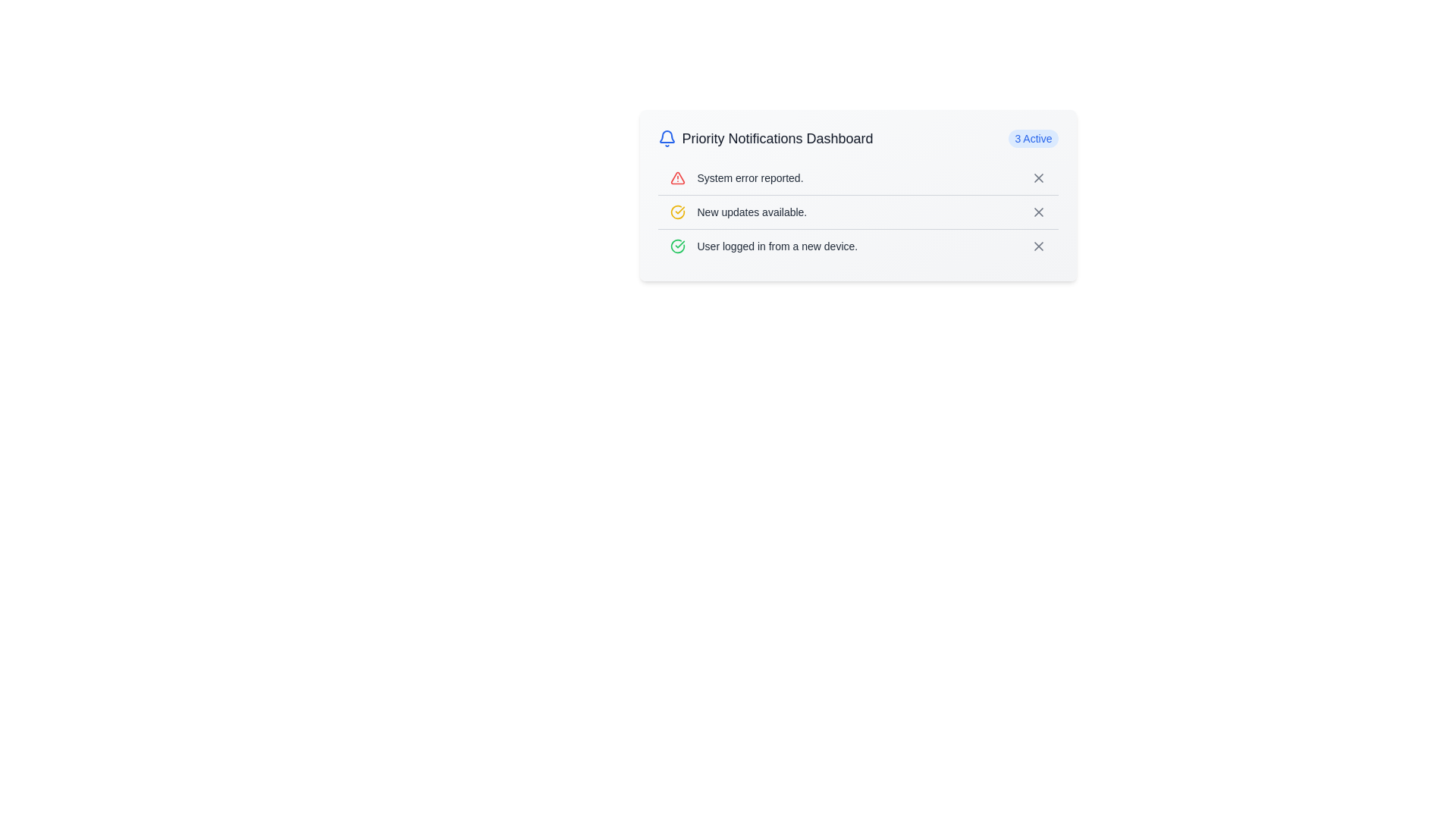 This screenshot has height=819, width=1456. What do you see at coordinates (1037, 177) in the screenshot?
I see `the small white cross icon button in the top-right corner of the 'System error reported.' notification` at bounding box center [1037, 177].